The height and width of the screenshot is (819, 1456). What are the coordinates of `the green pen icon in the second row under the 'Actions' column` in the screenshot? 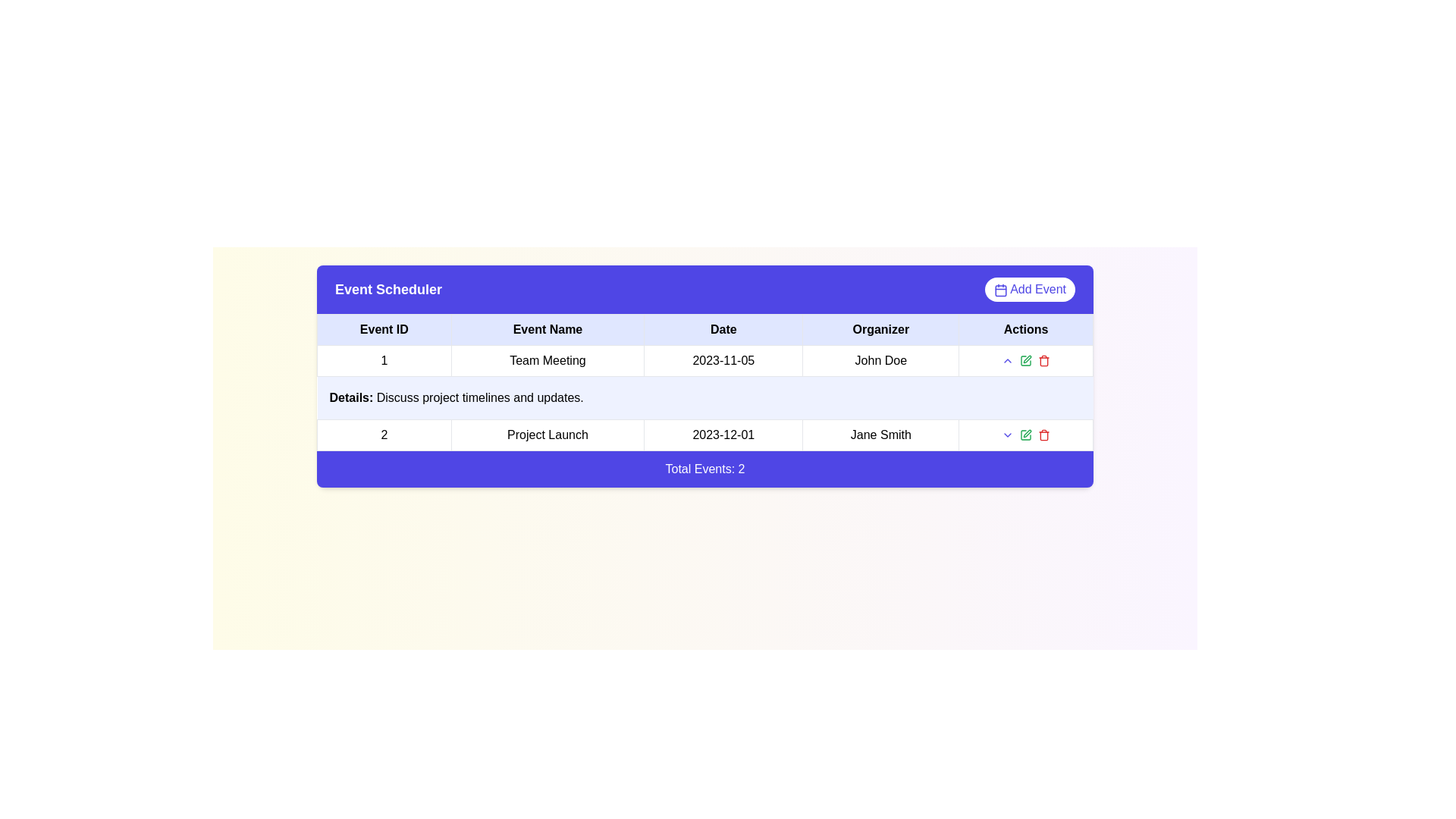 It's located at (1026, 360).